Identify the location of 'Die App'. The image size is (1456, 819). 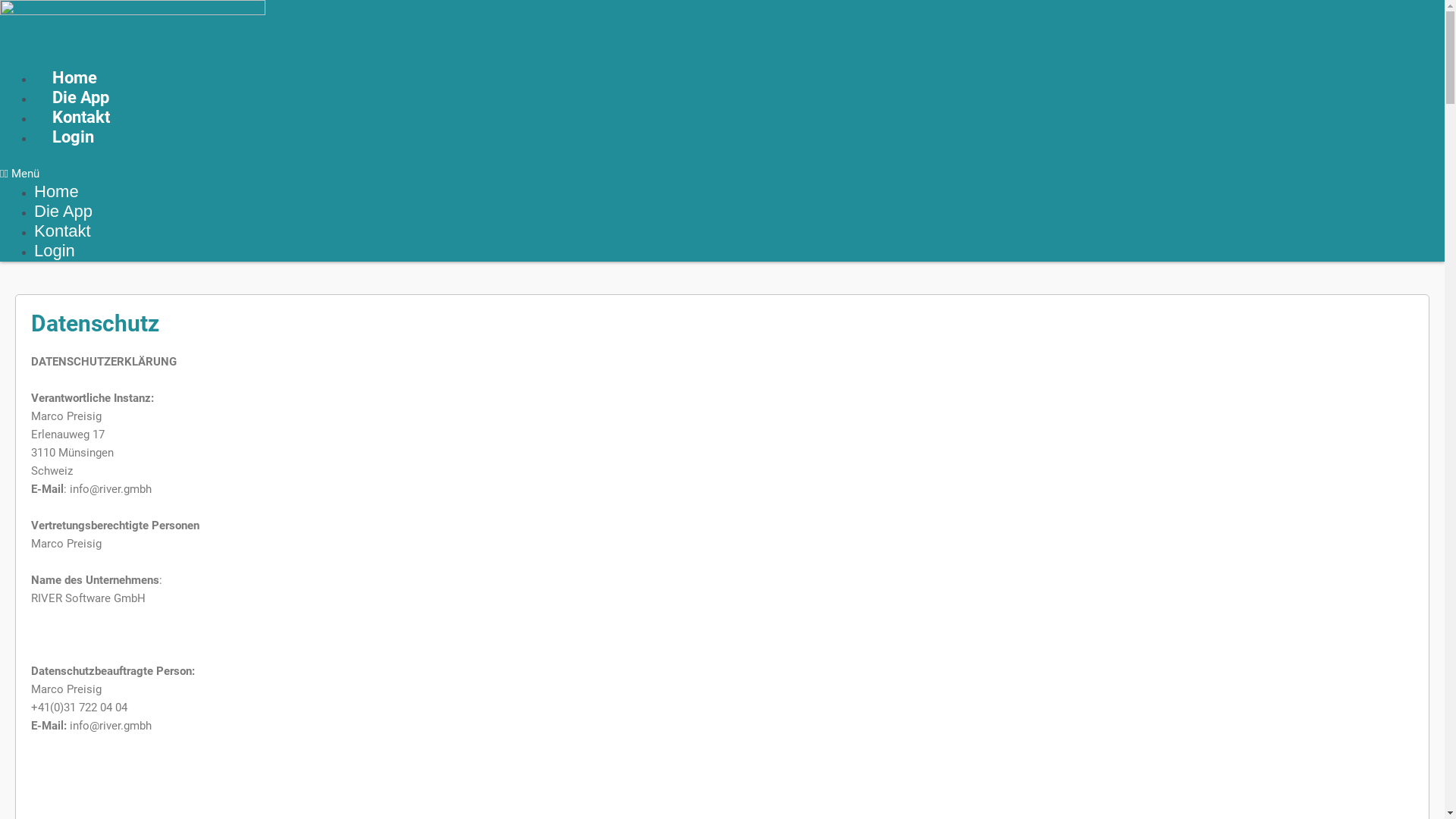
(80, 97).